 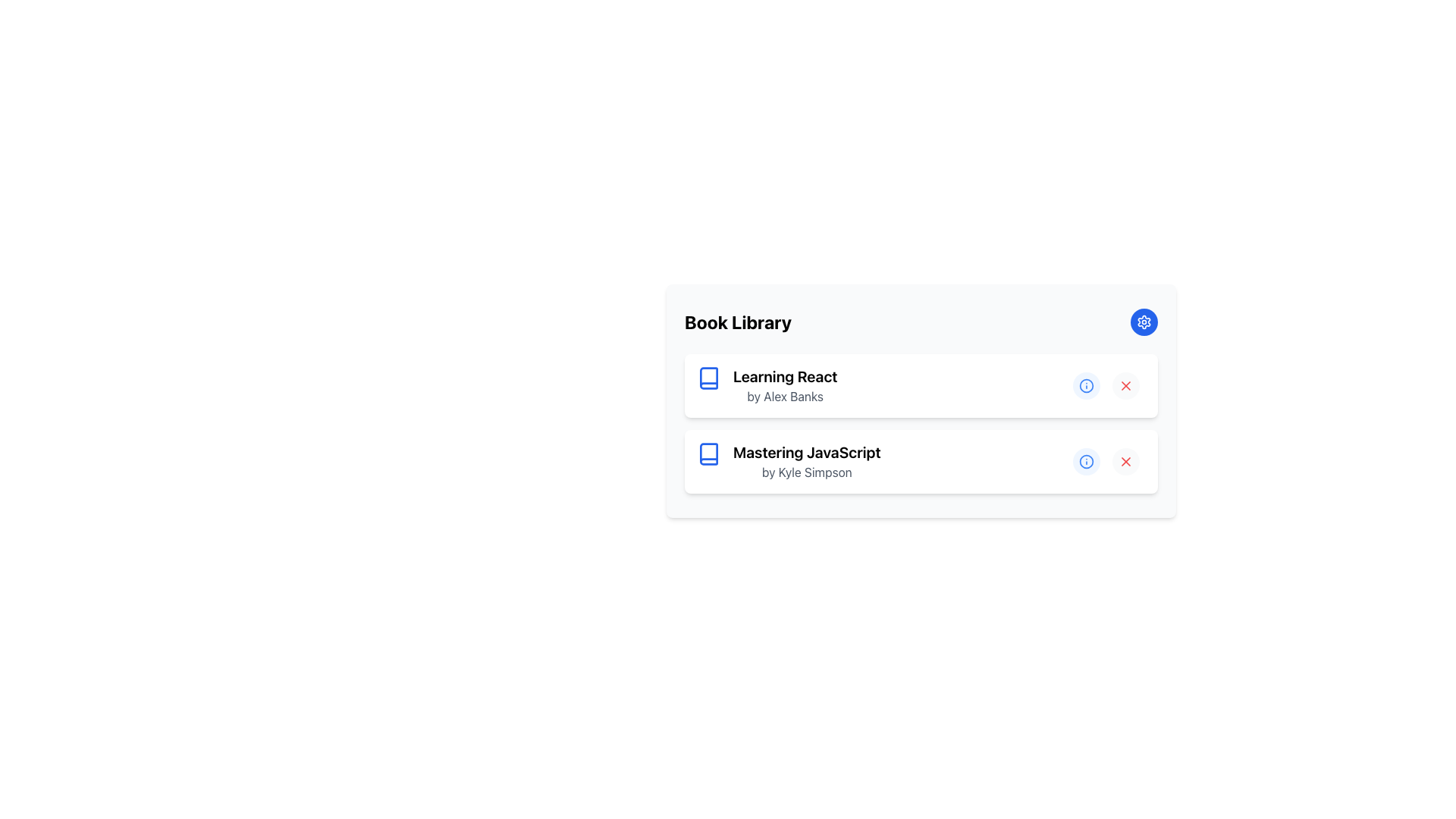 What do you see at coordinates (1144, 321) in the screenshot?
I see `the settings icon located at the top-right corner of the 'Book Library' card` at bounding box center [1144, 321].